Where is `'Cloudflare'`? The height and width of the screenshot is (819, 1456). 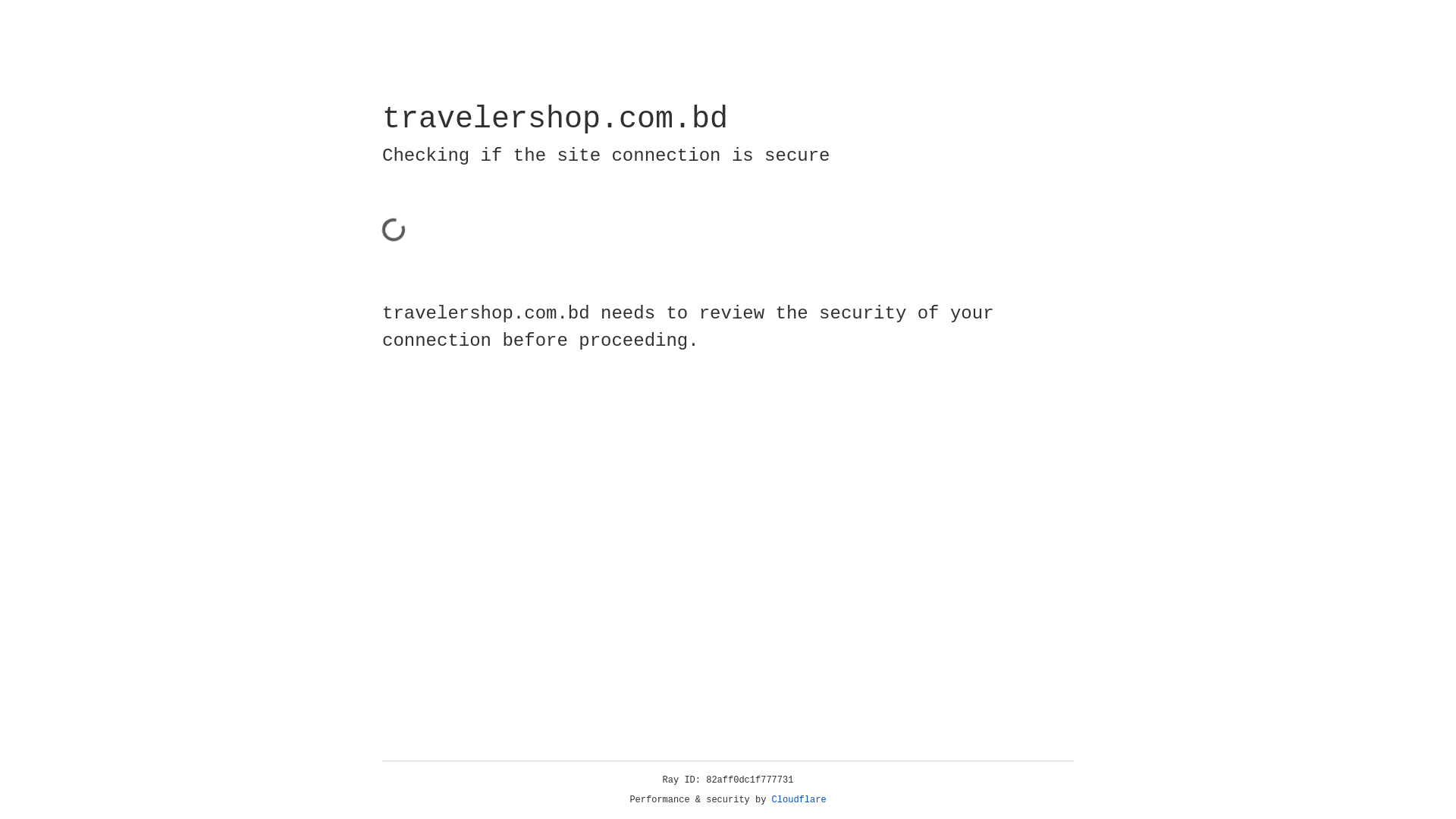 'Cloudflare' is located at coordinates (799, 799).